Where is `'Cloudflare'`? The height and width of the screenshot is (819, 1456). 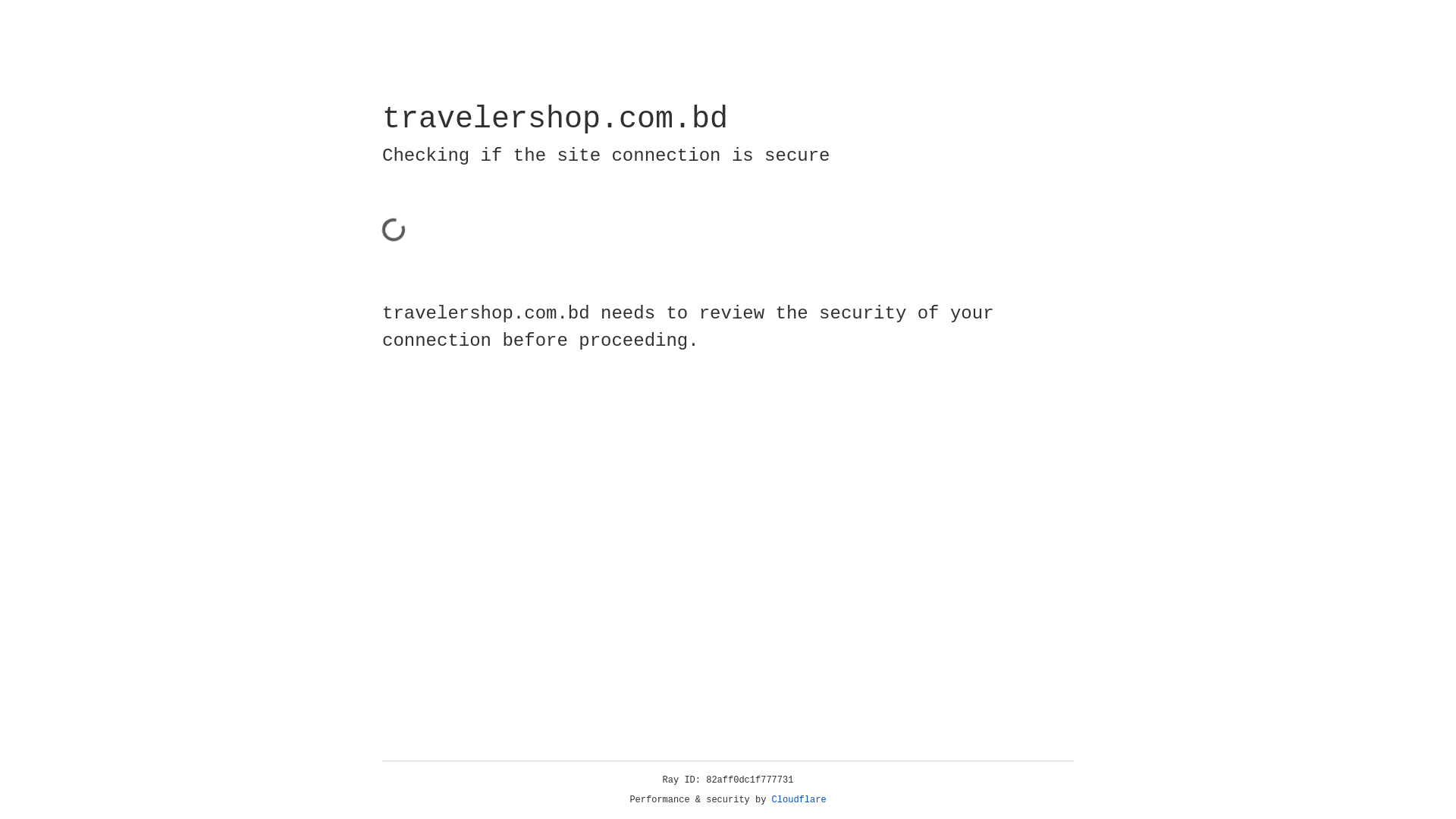 'Cloudflare' is located at coordinates (799, 799).